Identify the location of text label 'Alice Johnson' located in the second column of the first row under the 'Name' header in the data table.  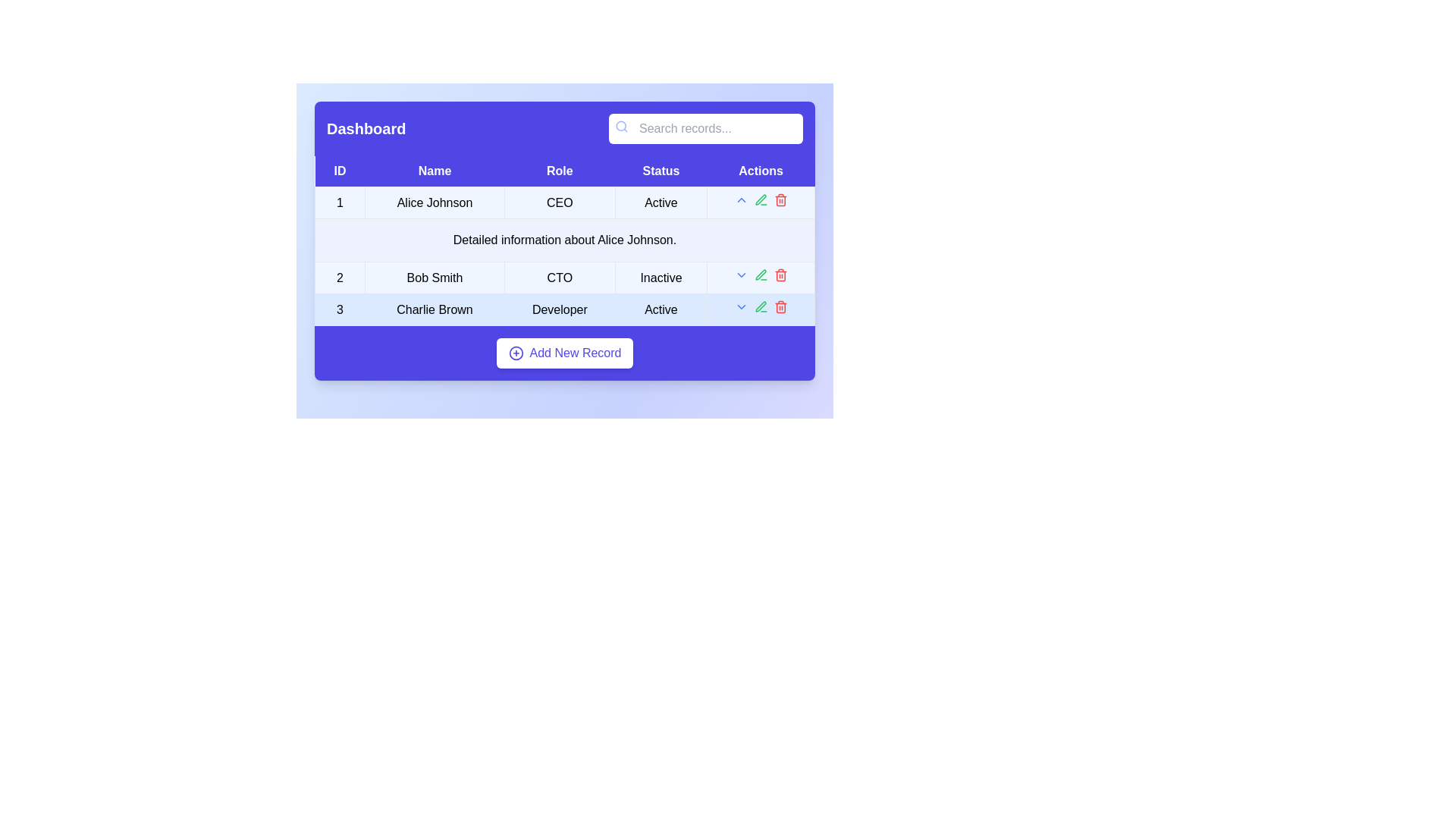
(434, 202).